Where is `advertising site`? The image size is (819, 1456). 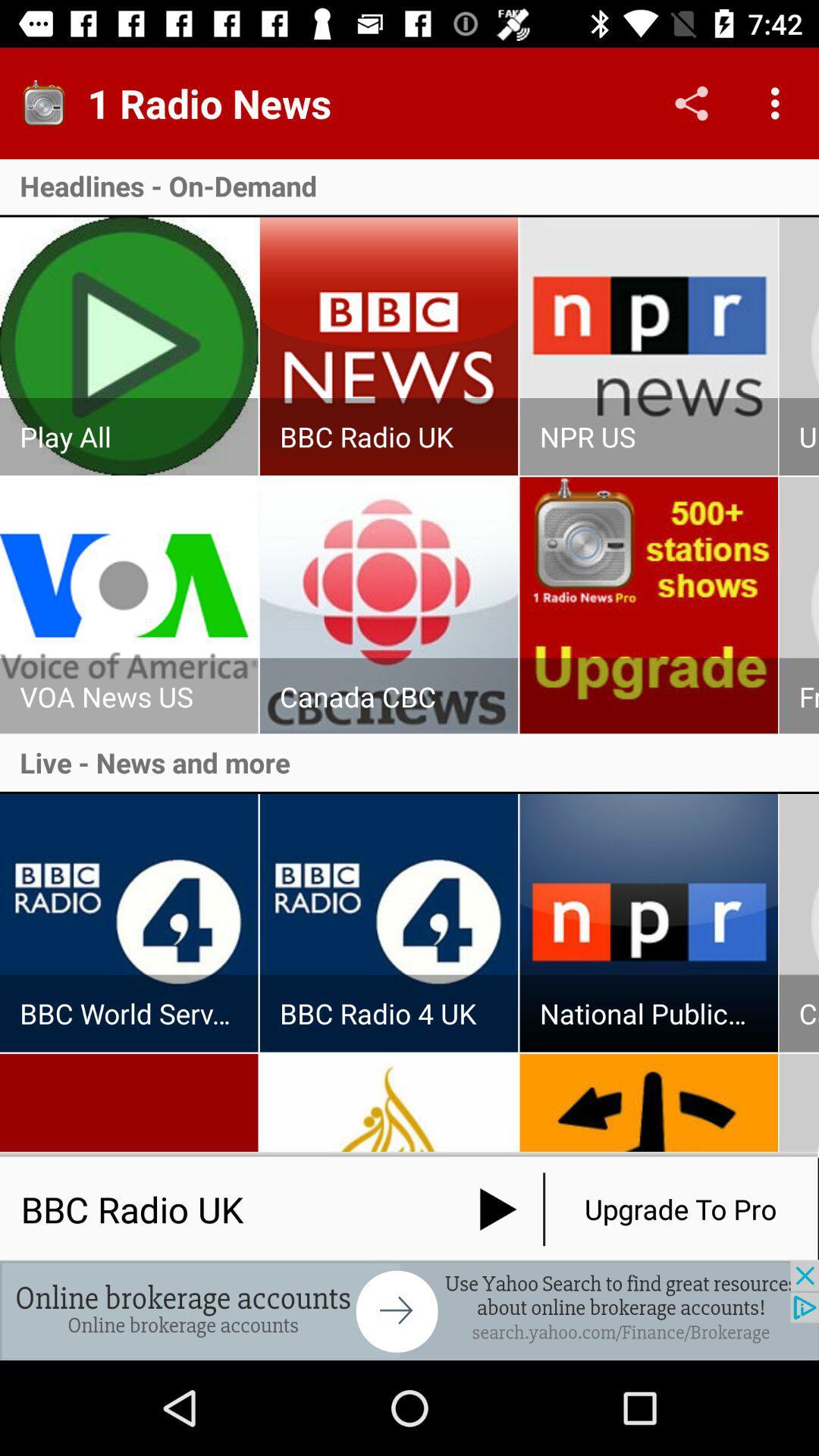
advertising site is located at coordinates (409, 1310).